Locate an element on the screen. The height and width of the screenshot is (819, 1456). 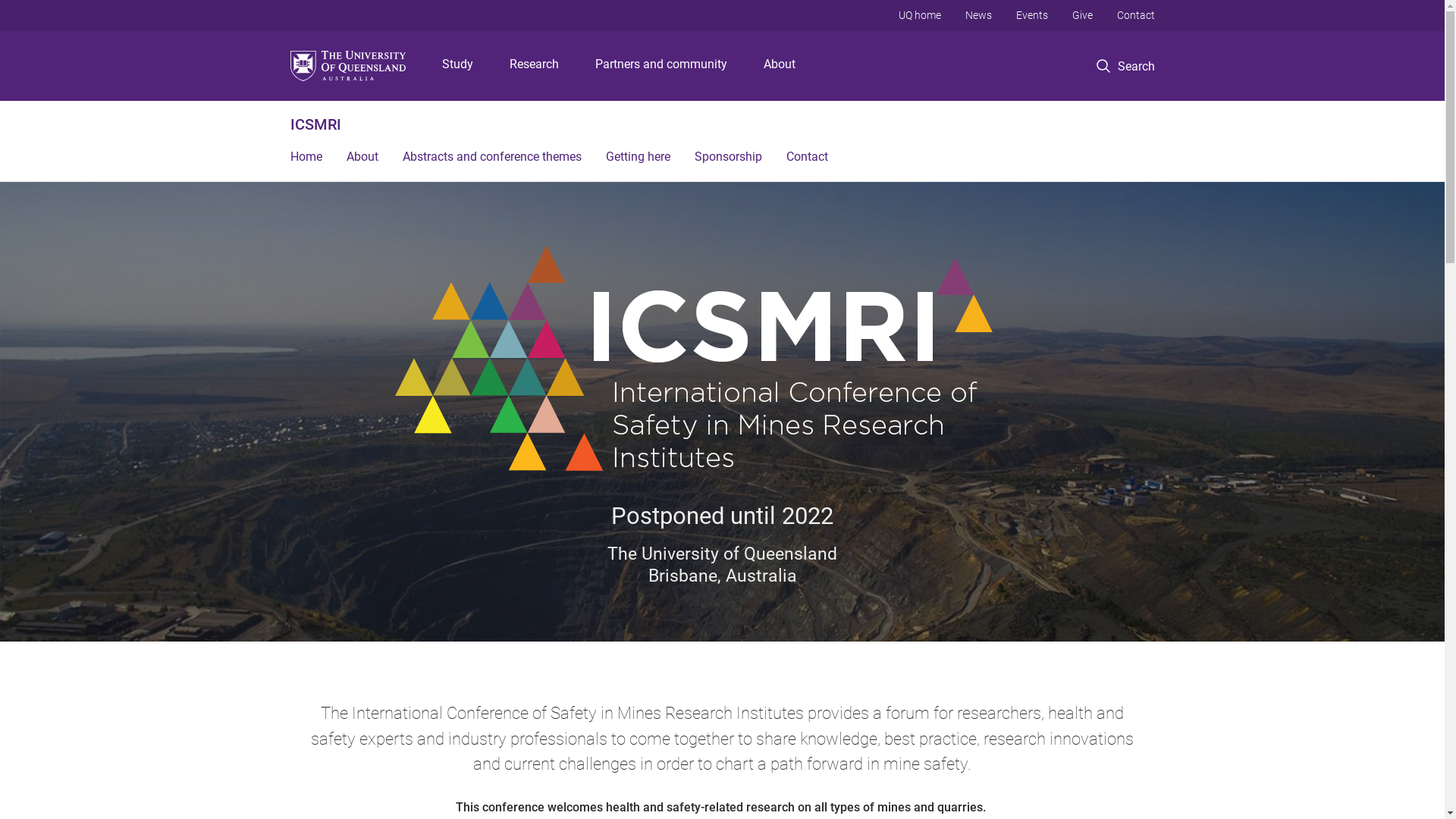
'Give' is located at coordinates (1081, 15).